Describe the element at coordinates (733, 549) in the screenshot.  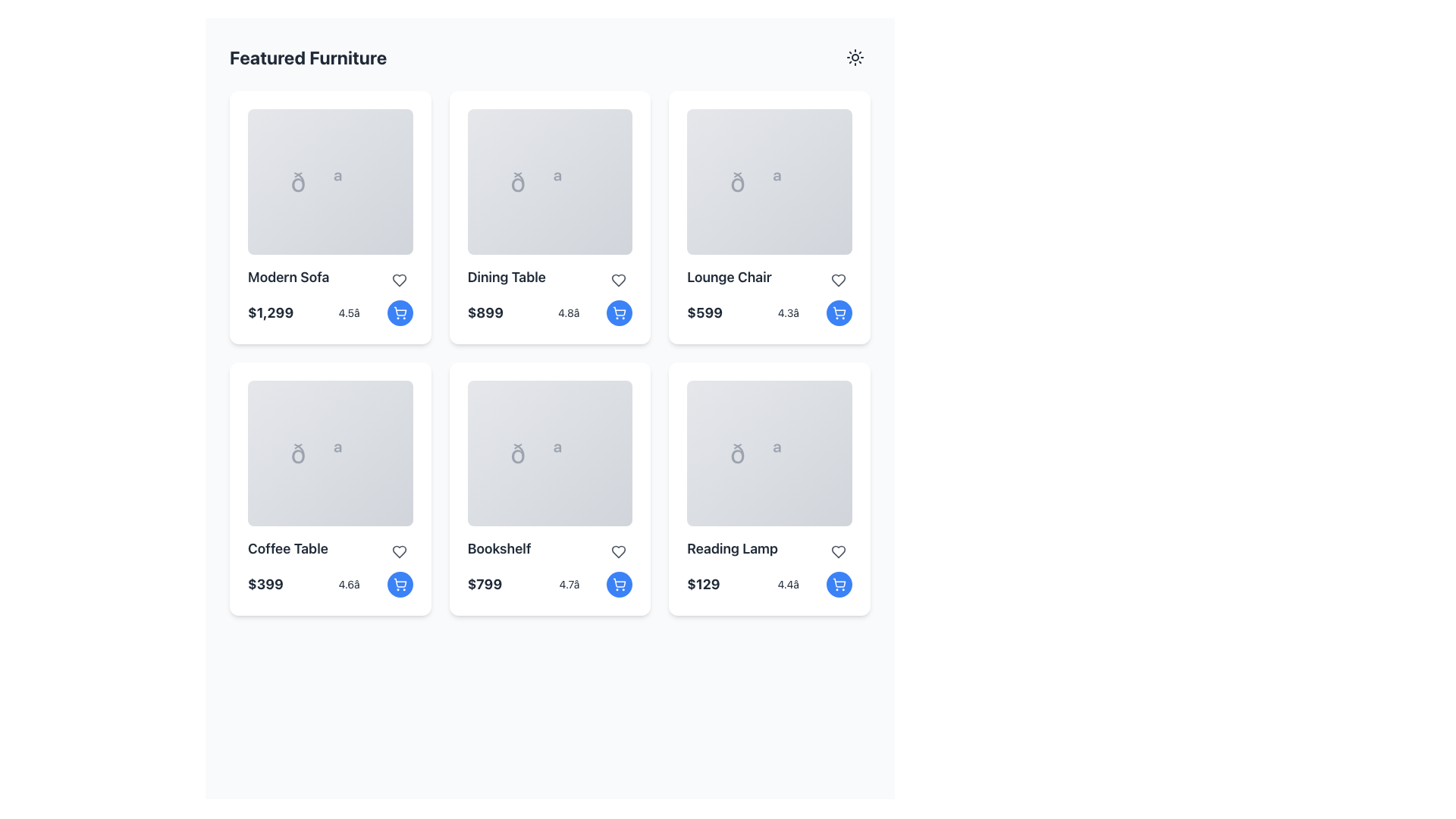
I see `the 'Reading Lamp' text label, which is prominently displayed in a large, bold font above the price label within the sixth card of the furniture items grid` at that location.